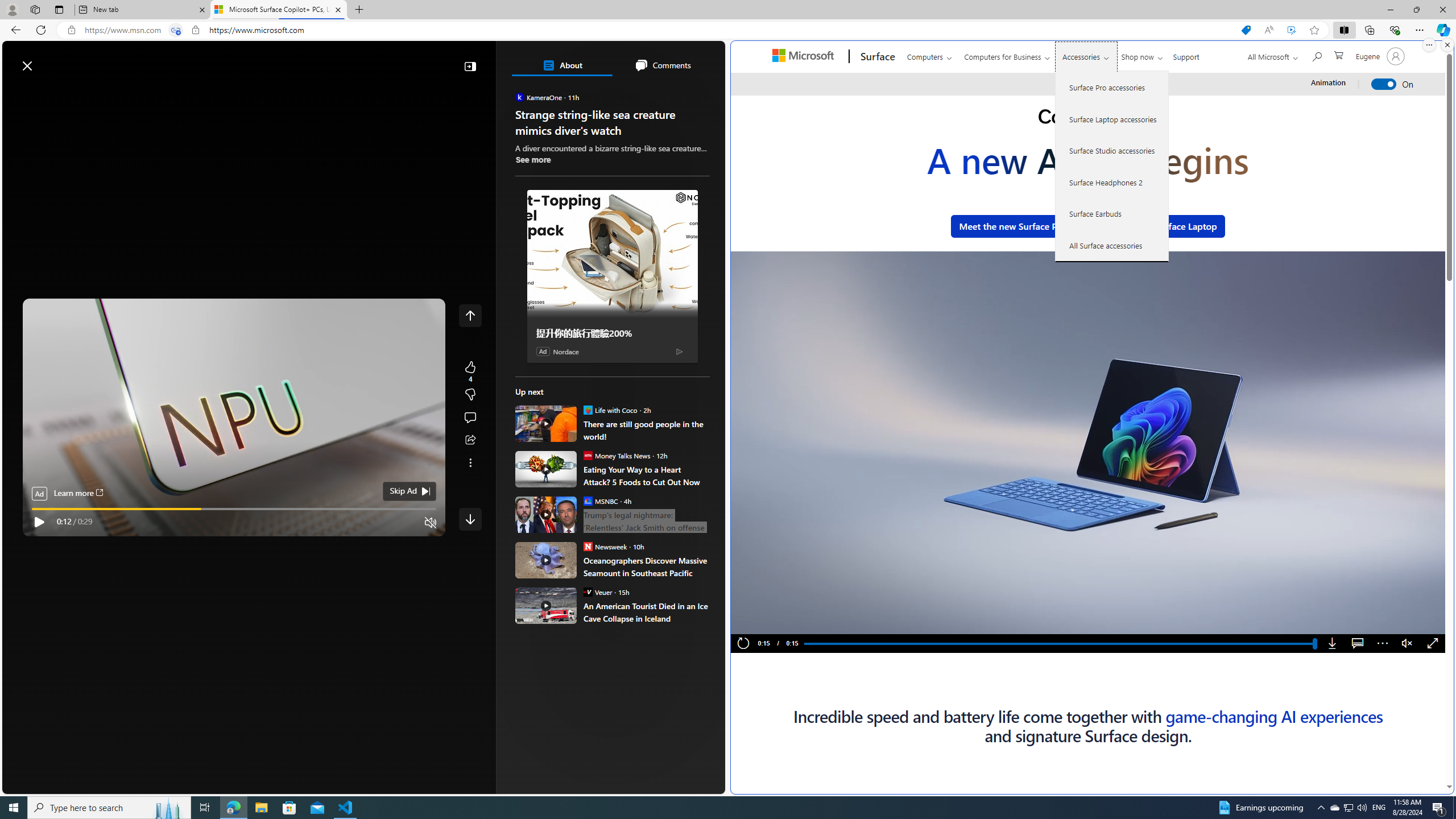 This screenshot has width=1456, height=819. Describe the element at coordinates (646, 612) in the screenshot. I see `'An American Tourist Died in an Ice Cave Collapse in Iceland'` at that location.